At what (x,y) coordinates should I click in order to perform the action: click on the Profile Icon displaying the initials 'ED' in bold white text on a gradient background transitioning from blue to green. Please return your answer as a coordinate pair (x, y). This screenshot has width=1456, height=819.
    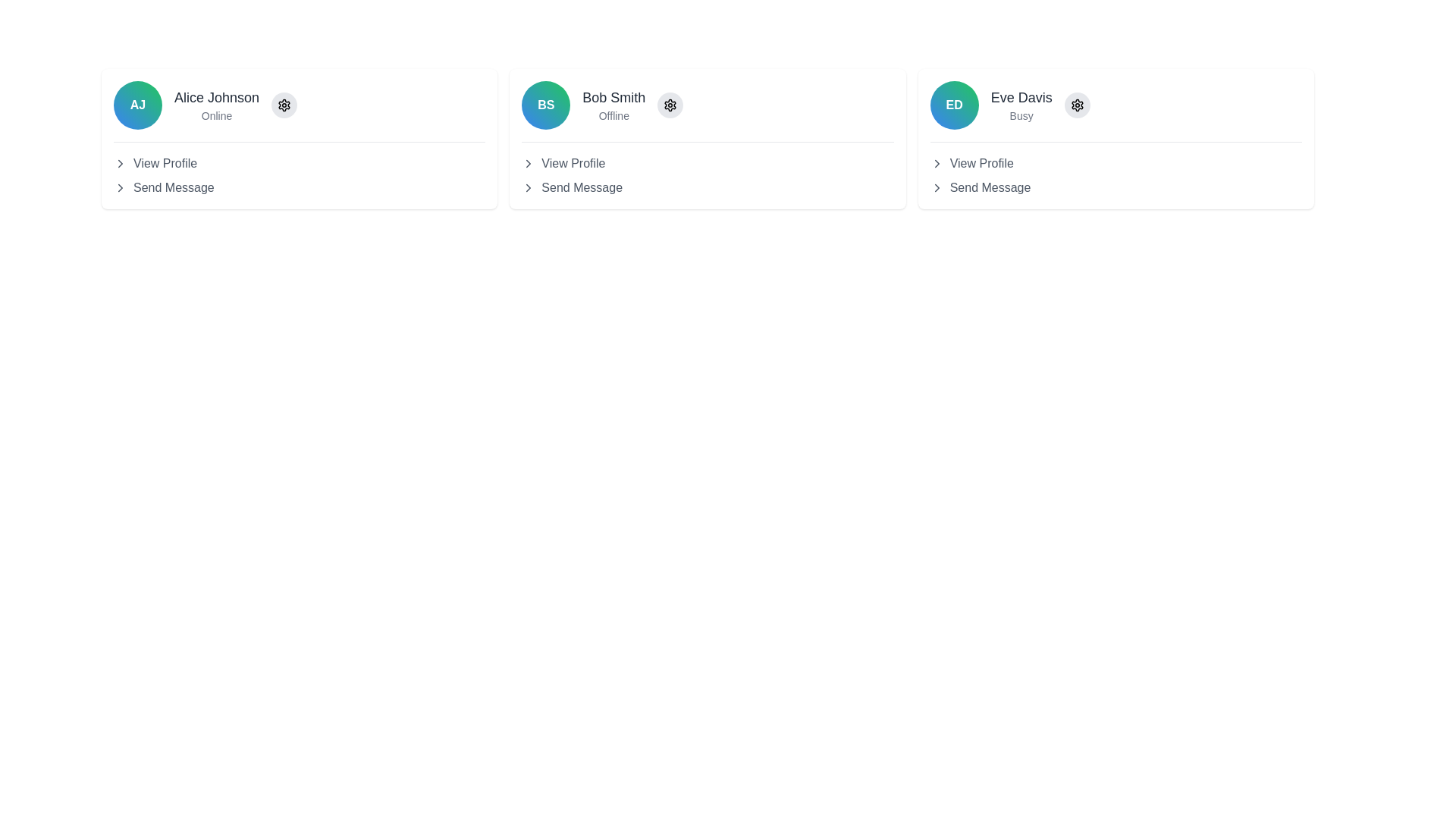
    Looking at the image, I should click on (953, 104).